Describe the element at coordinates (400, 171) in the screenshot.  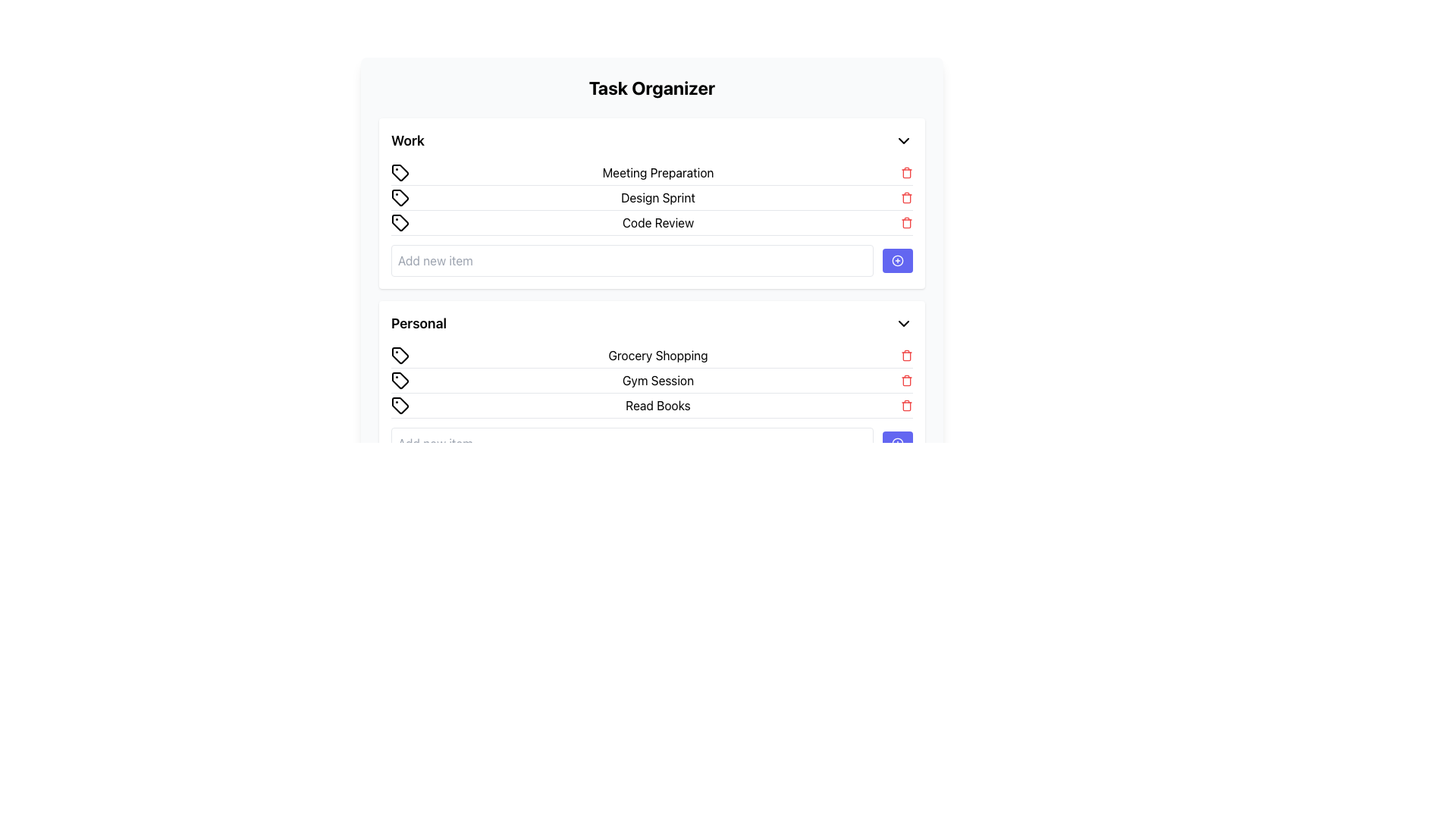
I see `the first tag icon in the 'Work' section of the 'Task Organizer' interface, which has a rounded tag shape with a small circle at the attachment point, located near 'Meeting Preparation'` at that location.